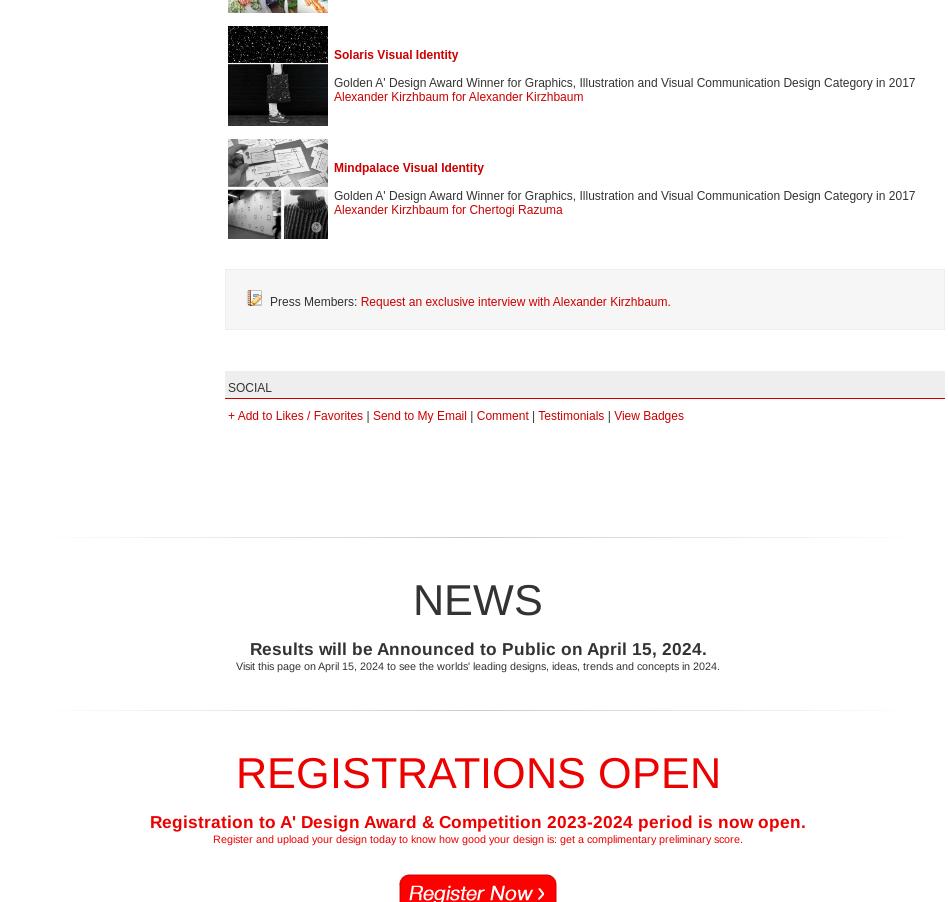  Describe the element at coordinates (477, 820) in the screenshot. I see `'Registration to A' Design Award & Competition 2023-2024 period is now open.'` at that location.